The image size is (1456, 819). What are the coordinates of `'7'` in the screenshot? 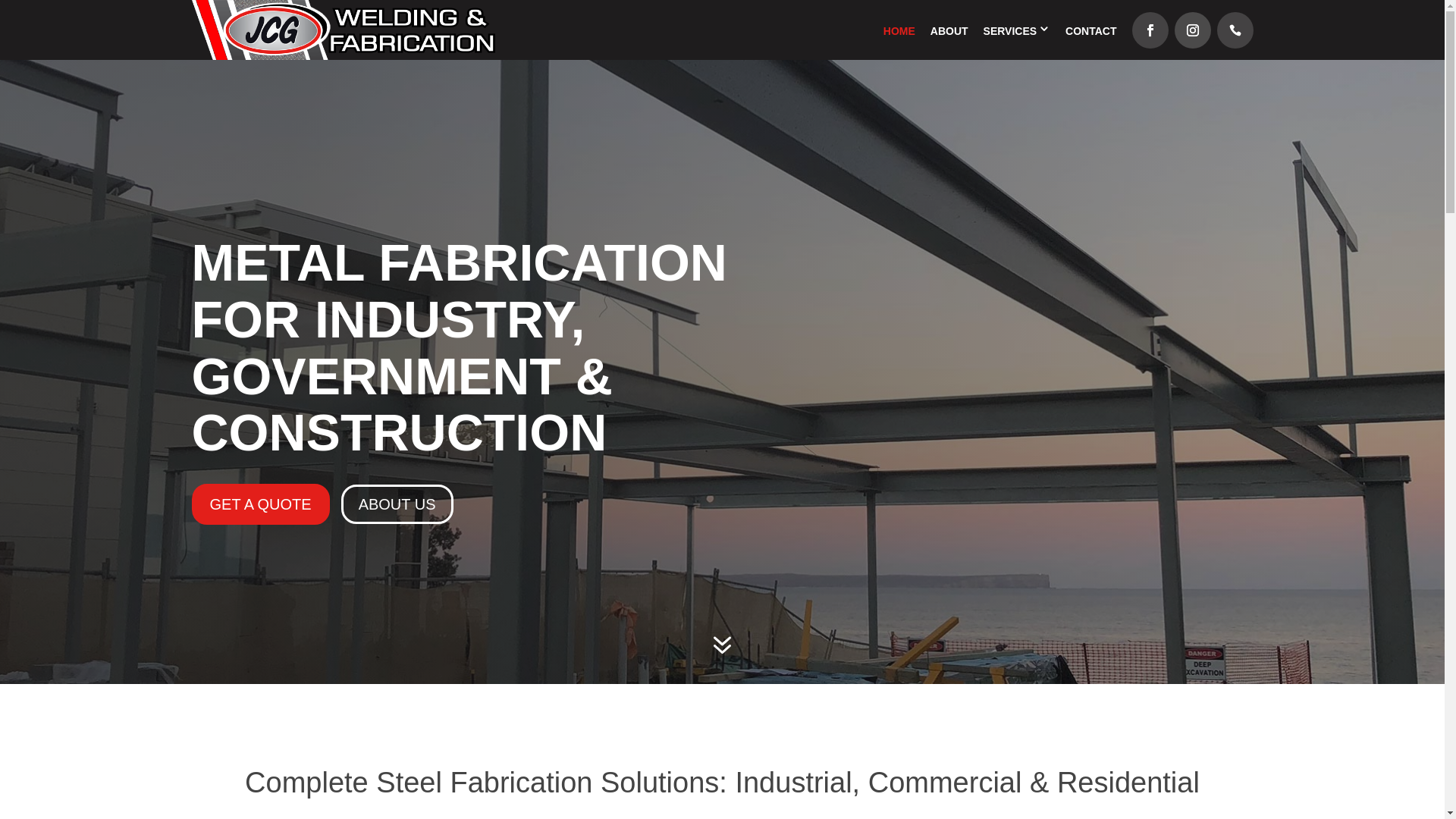 It's located at (720, 647).